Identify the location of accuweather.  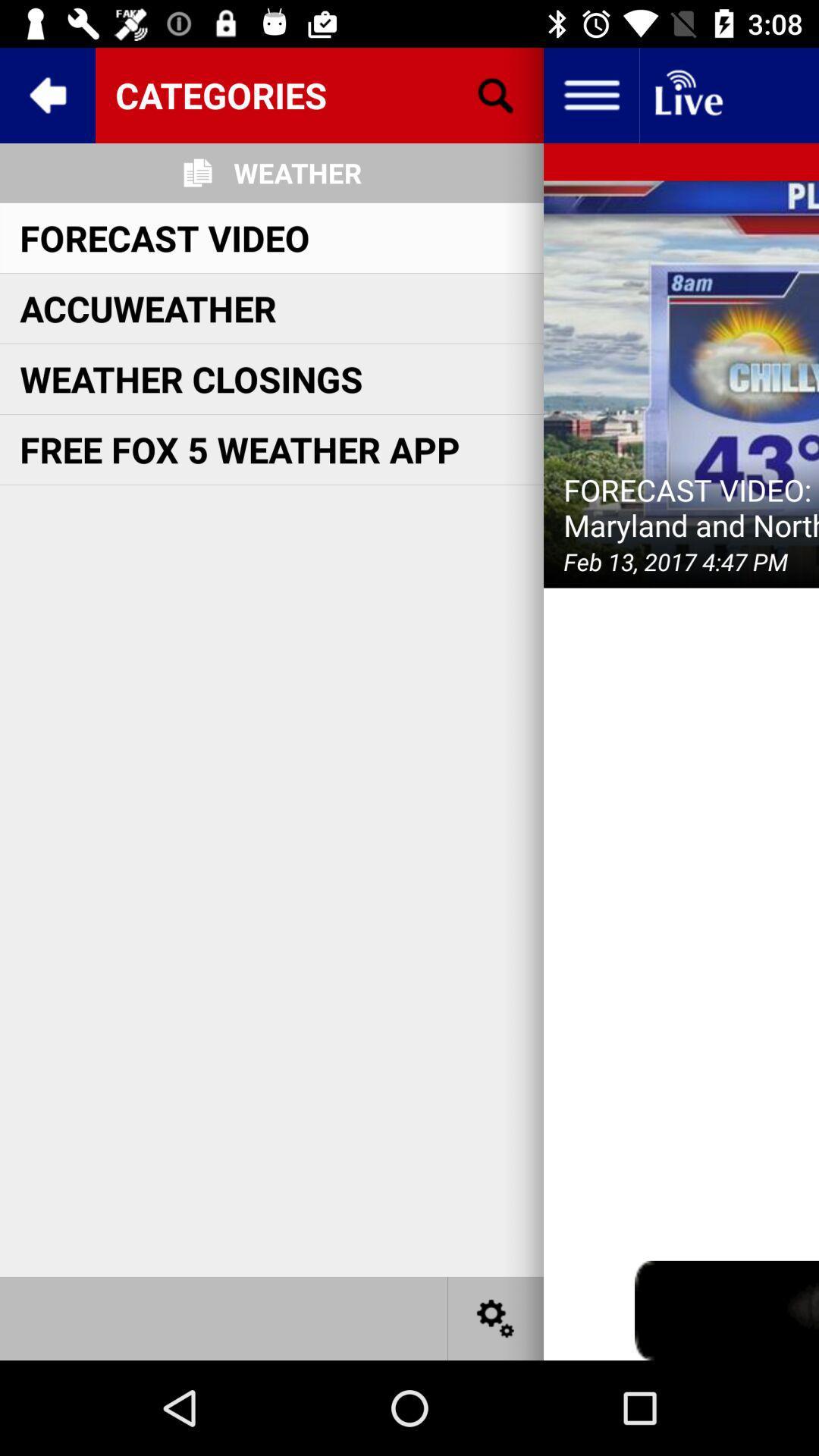
(148, 307).